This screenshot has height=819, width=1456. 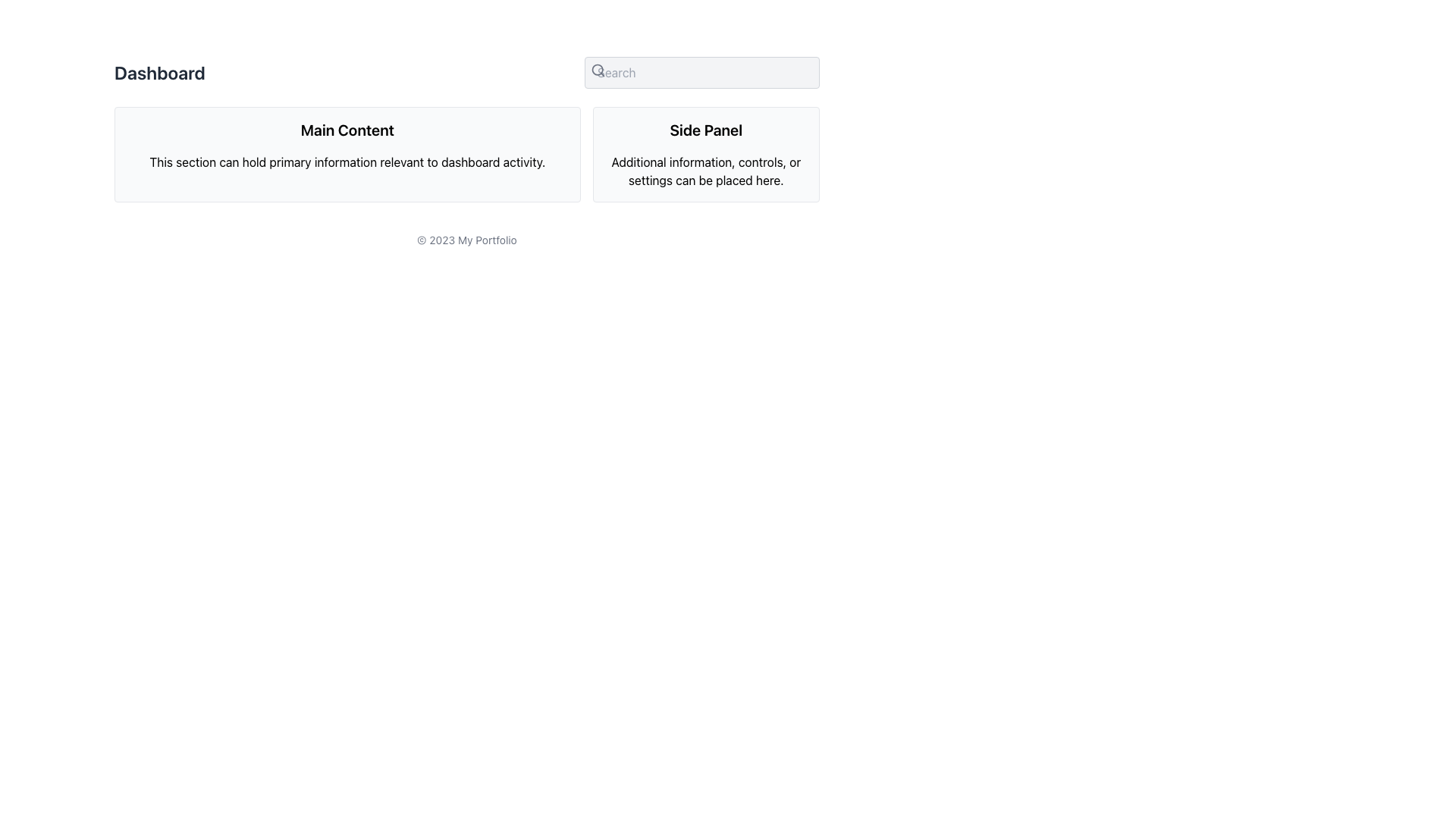 I want to click on the filled circular SVG component located inside the search icon near the top left corner of the search bar, so click(x=597, y=70).